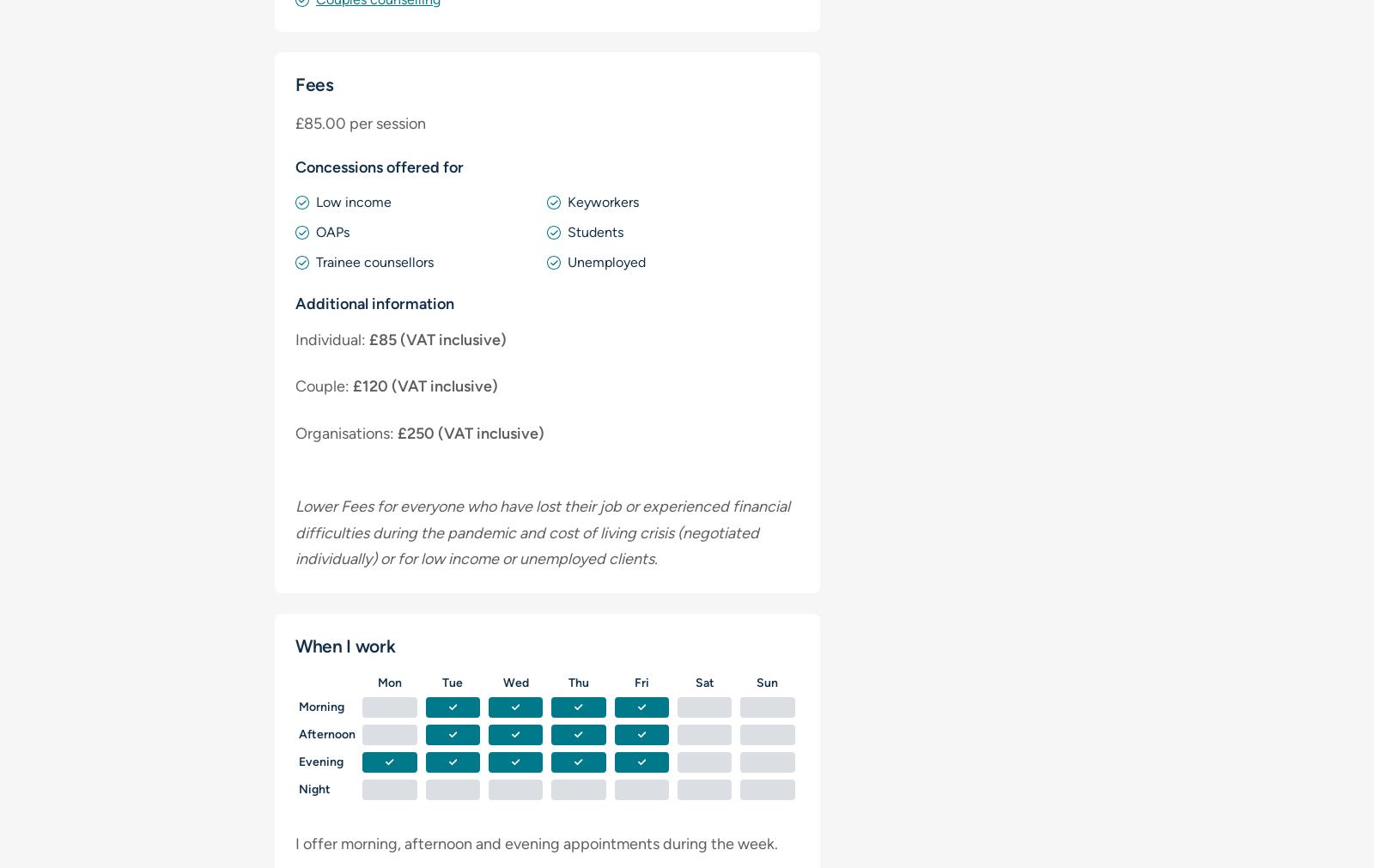 The image size is (1374, 868). What do you see at coordinates (364, 337) in the screenshot?
I see `'£85 (VAT inclusive)'` at bounding box center [364, 337].